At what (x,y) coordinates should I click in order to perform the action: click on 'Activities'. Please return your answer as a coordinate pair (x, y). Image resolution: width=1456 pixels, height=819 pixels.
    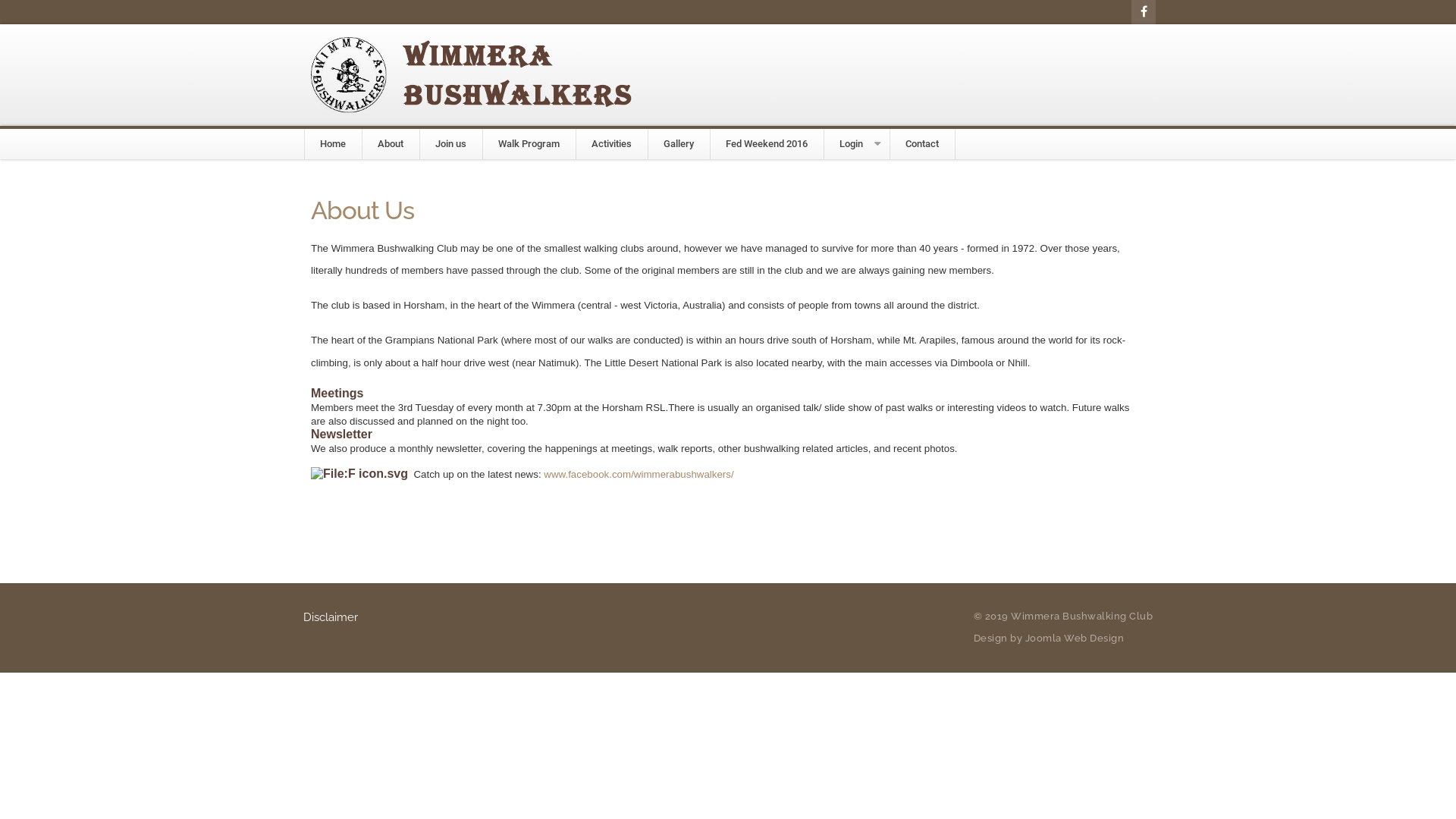
    Looking at the image, I should click on (611, 143).